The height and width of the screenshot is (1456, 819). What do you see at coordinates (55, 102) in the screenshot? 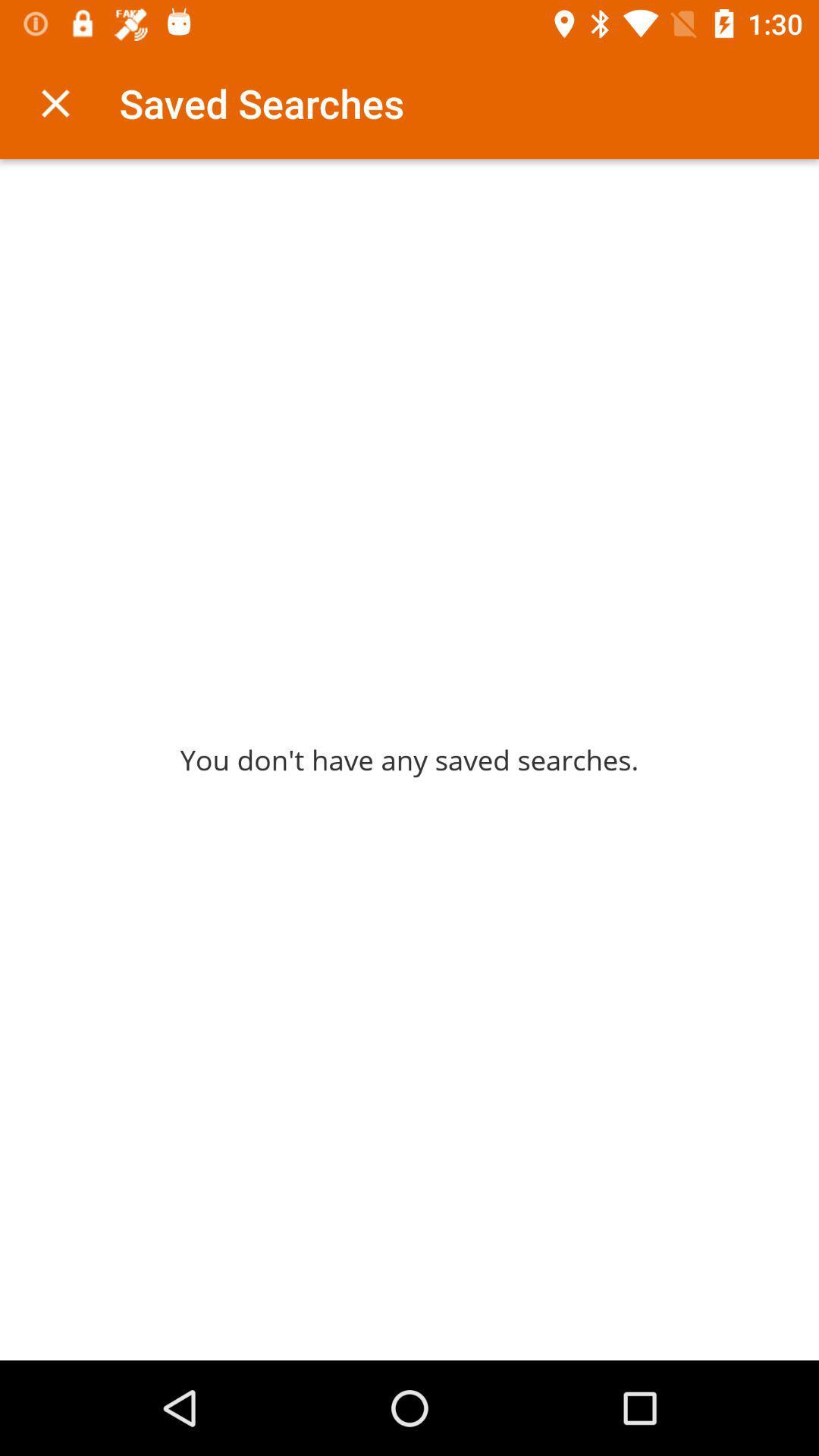
I see `button` at bounding box center [55, 102].